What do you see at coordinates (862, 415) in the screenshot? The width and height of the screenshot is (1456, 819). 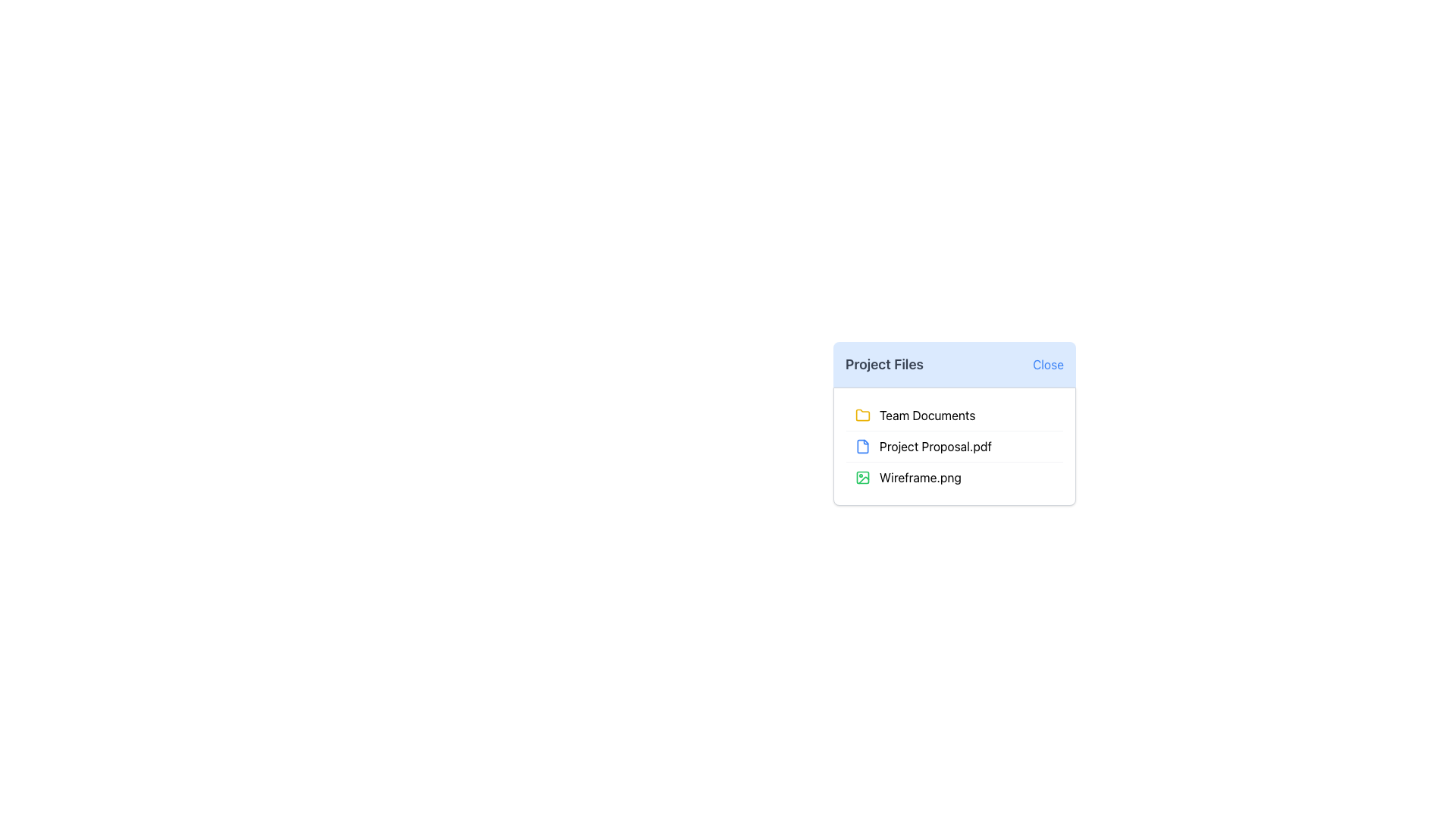 I see `the folder icon representing 'Team Documents' in the Project Files panel` at bounding box center [862, 415].